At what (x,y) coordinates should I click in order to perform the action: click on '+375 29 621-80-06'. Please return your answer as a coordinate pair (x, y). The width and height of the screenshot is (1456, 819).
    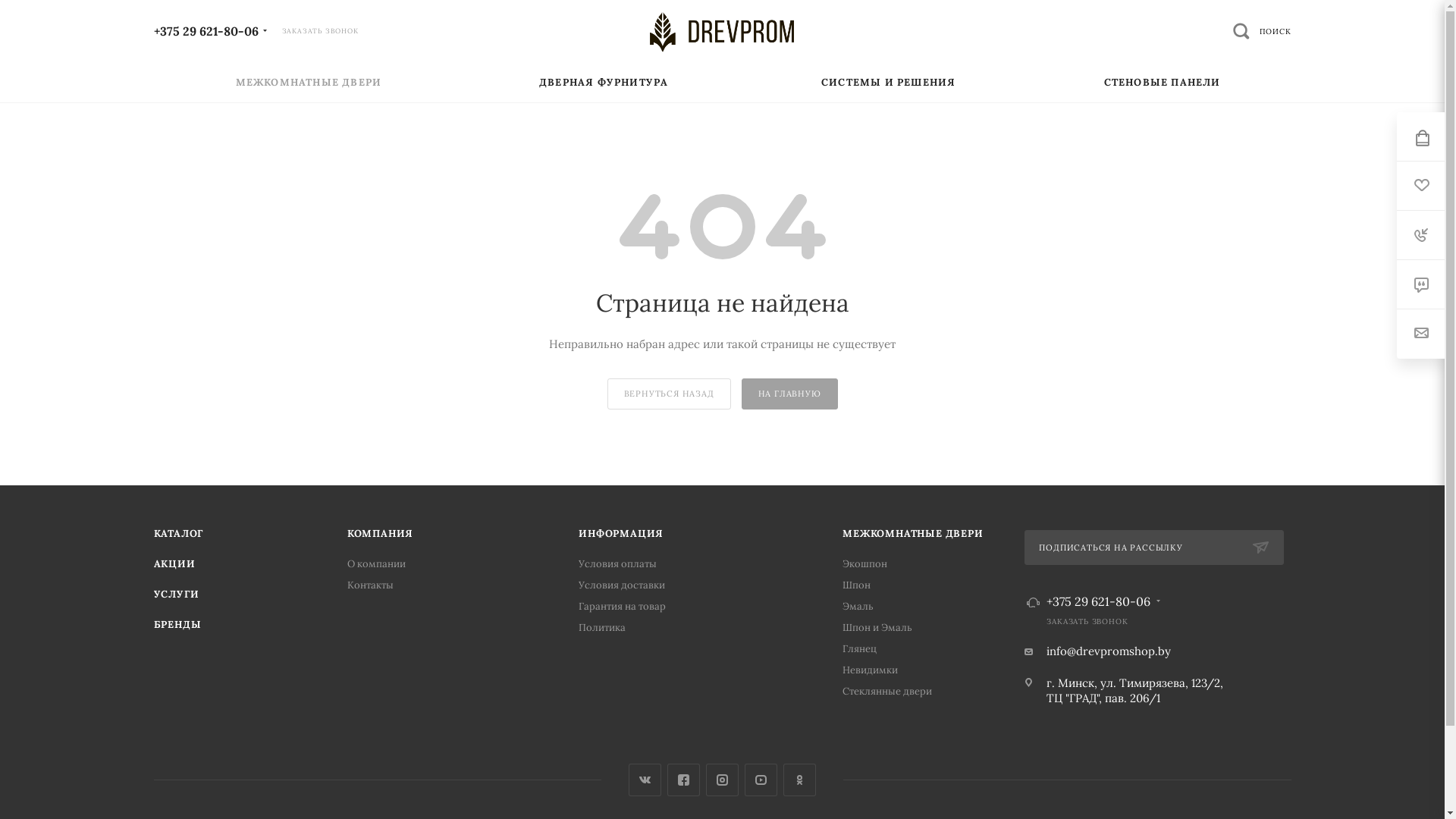
    Looking at the image, I should click on (204, 30).